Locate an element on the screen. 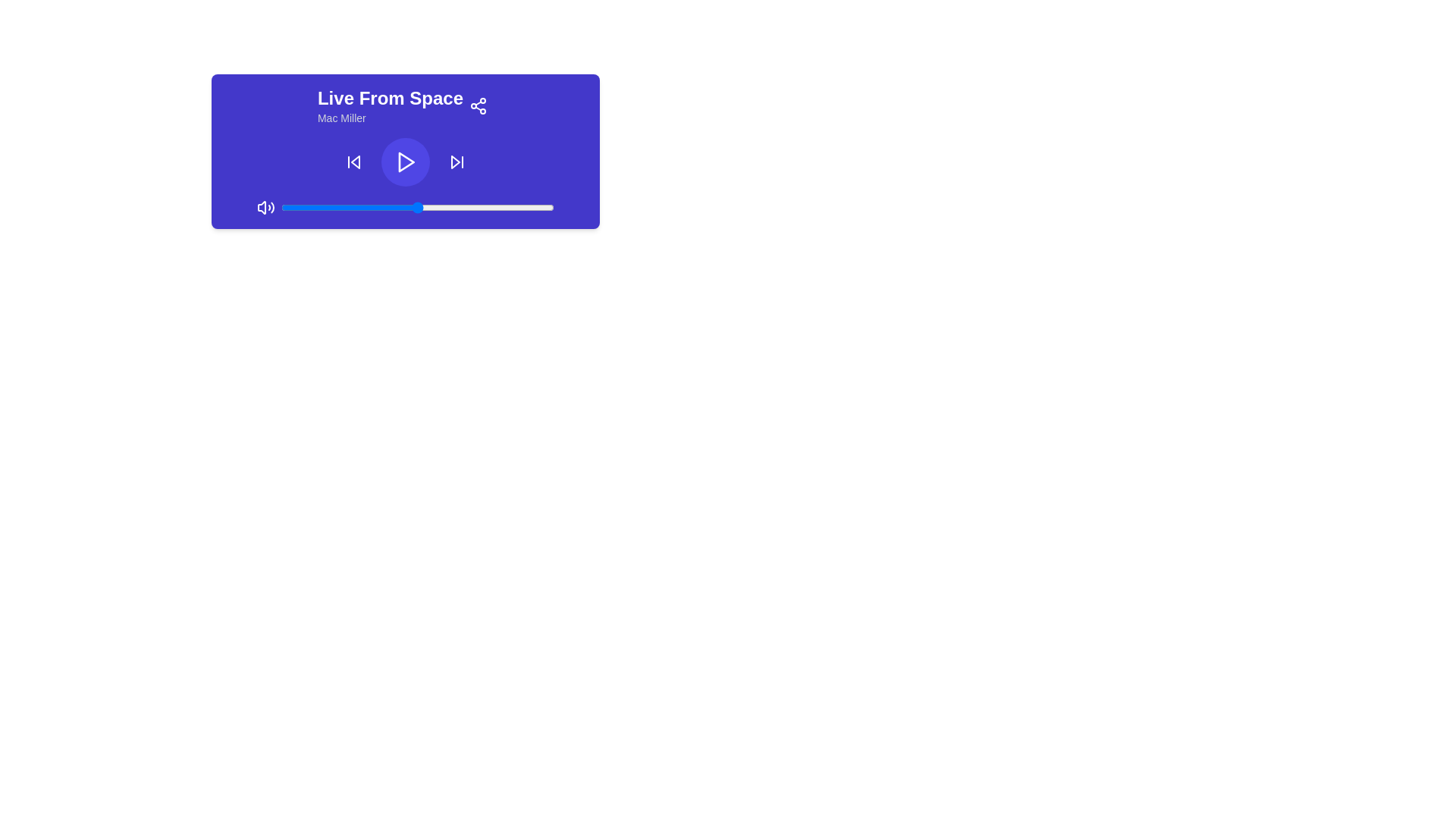  the speaker icon button on the audio control bar is located at coordinates (265, 207).